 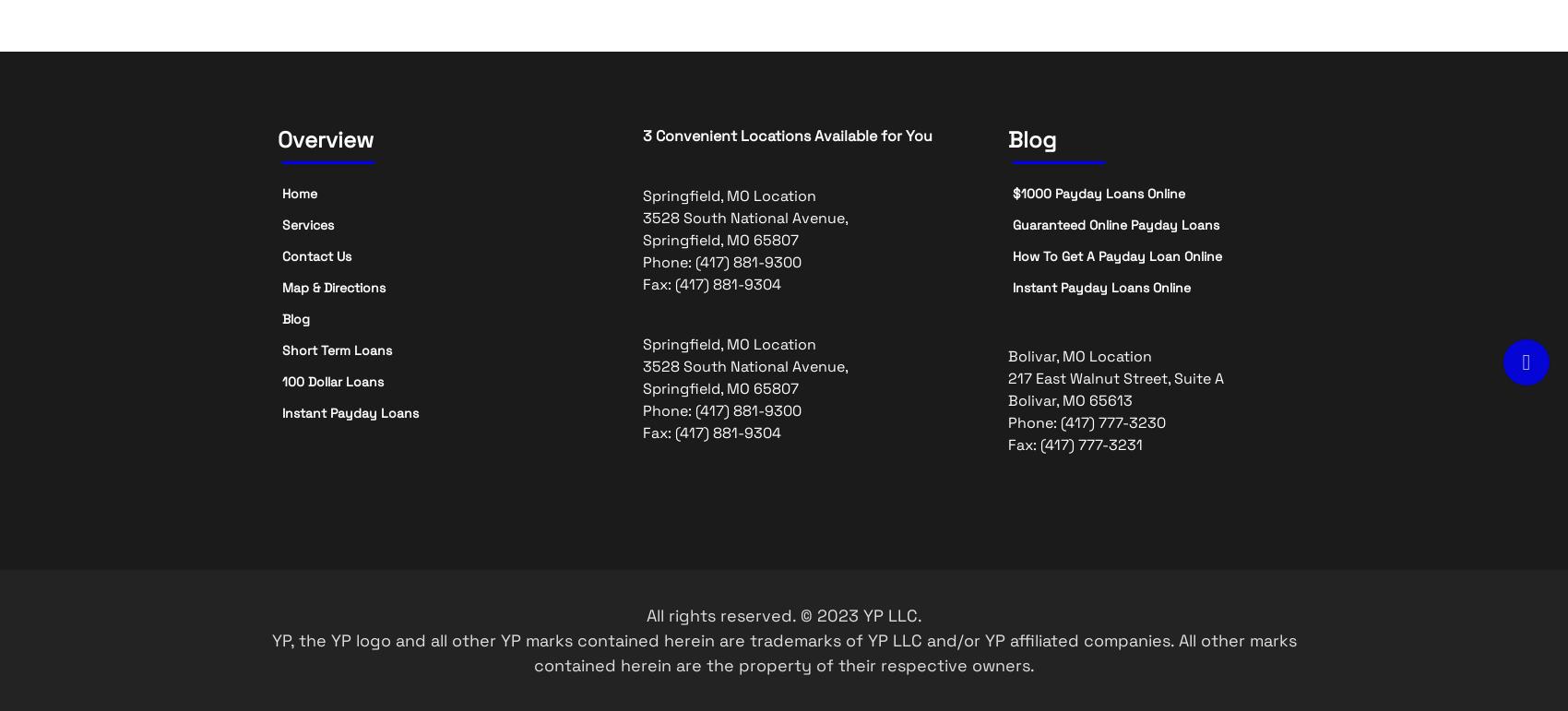 I want to click on 'Instant Payday Loans', so click(x=349, y=412).